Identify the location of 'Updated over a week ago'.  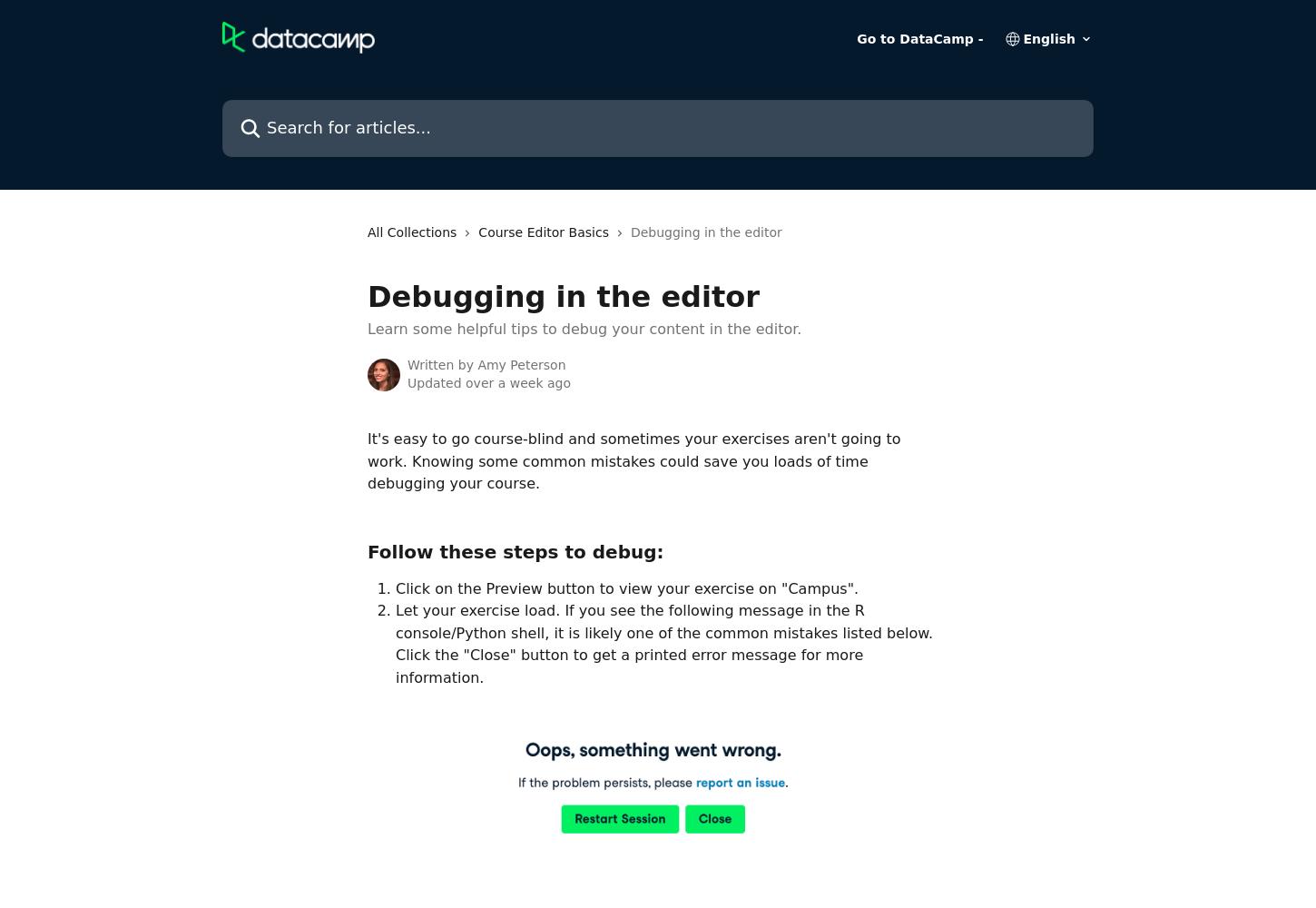
(488, 382).